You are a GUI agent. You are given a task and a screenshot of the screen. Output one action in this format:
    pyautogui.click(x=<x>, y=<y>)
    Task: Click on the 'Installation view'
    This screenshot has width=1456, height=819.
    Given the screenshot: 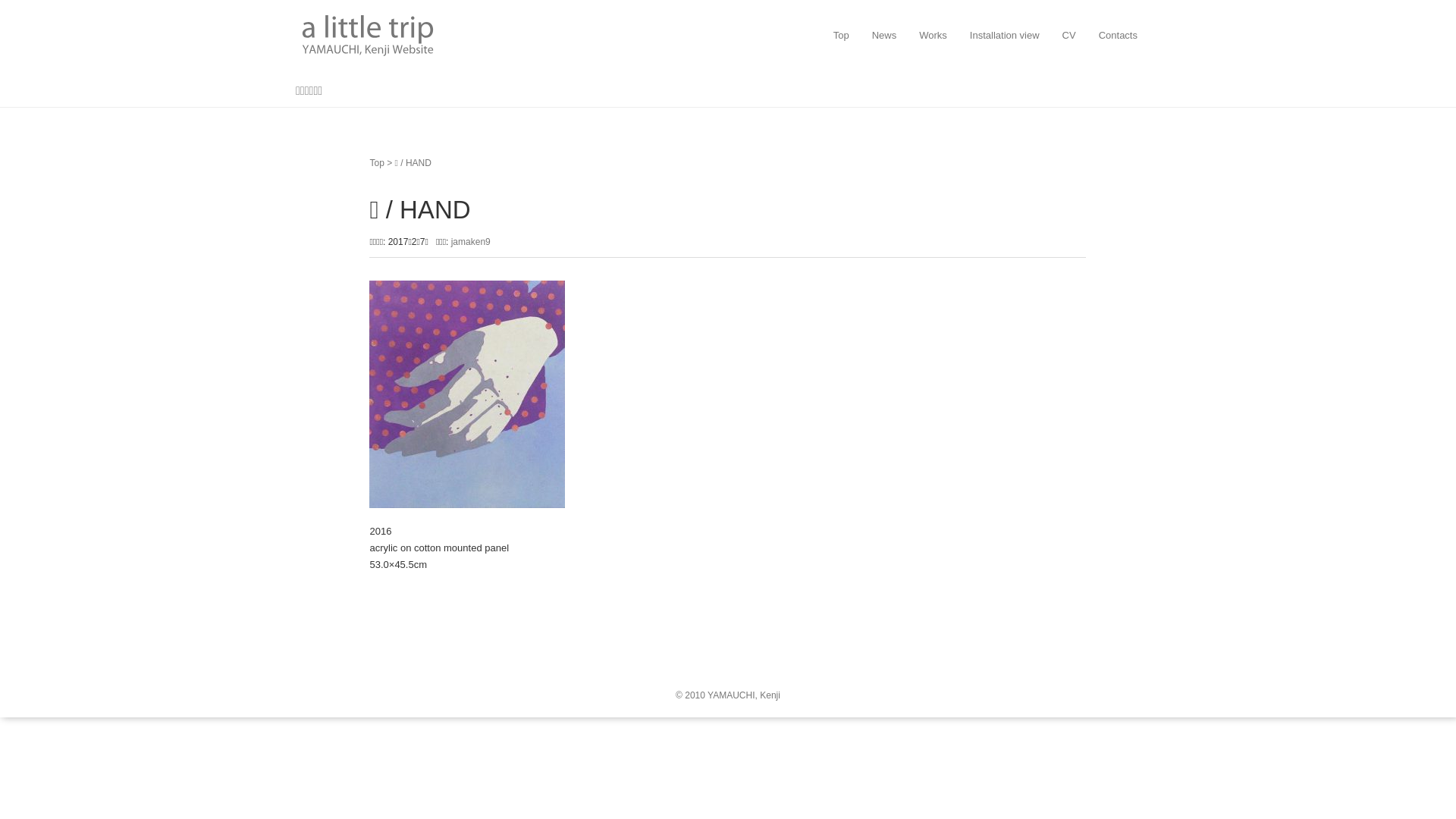 What is the action you would take?
    pyautogui.click(x=1004, y=34)
    